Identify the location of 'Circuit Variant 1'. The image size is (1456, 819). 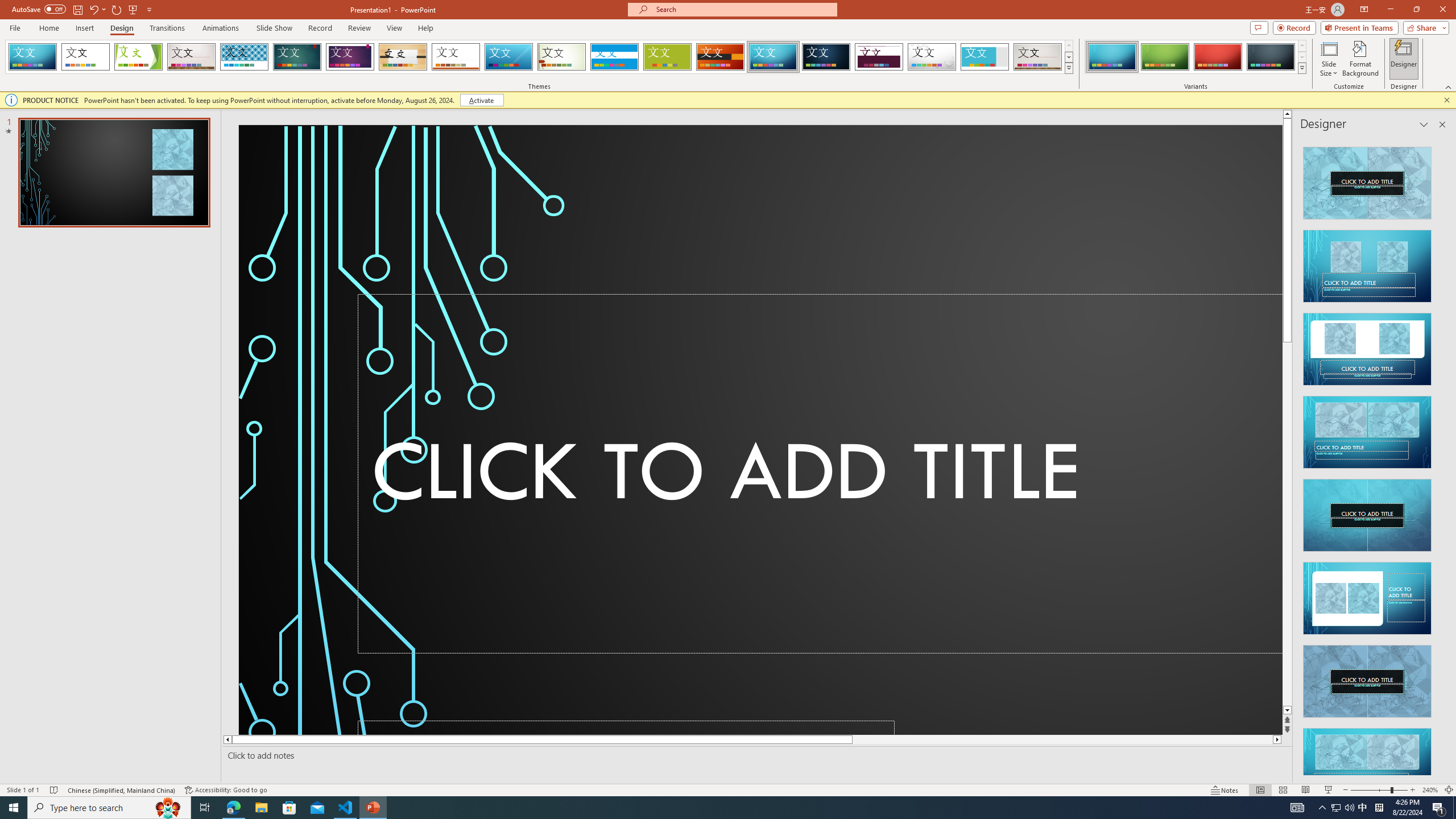
(1111, 56).